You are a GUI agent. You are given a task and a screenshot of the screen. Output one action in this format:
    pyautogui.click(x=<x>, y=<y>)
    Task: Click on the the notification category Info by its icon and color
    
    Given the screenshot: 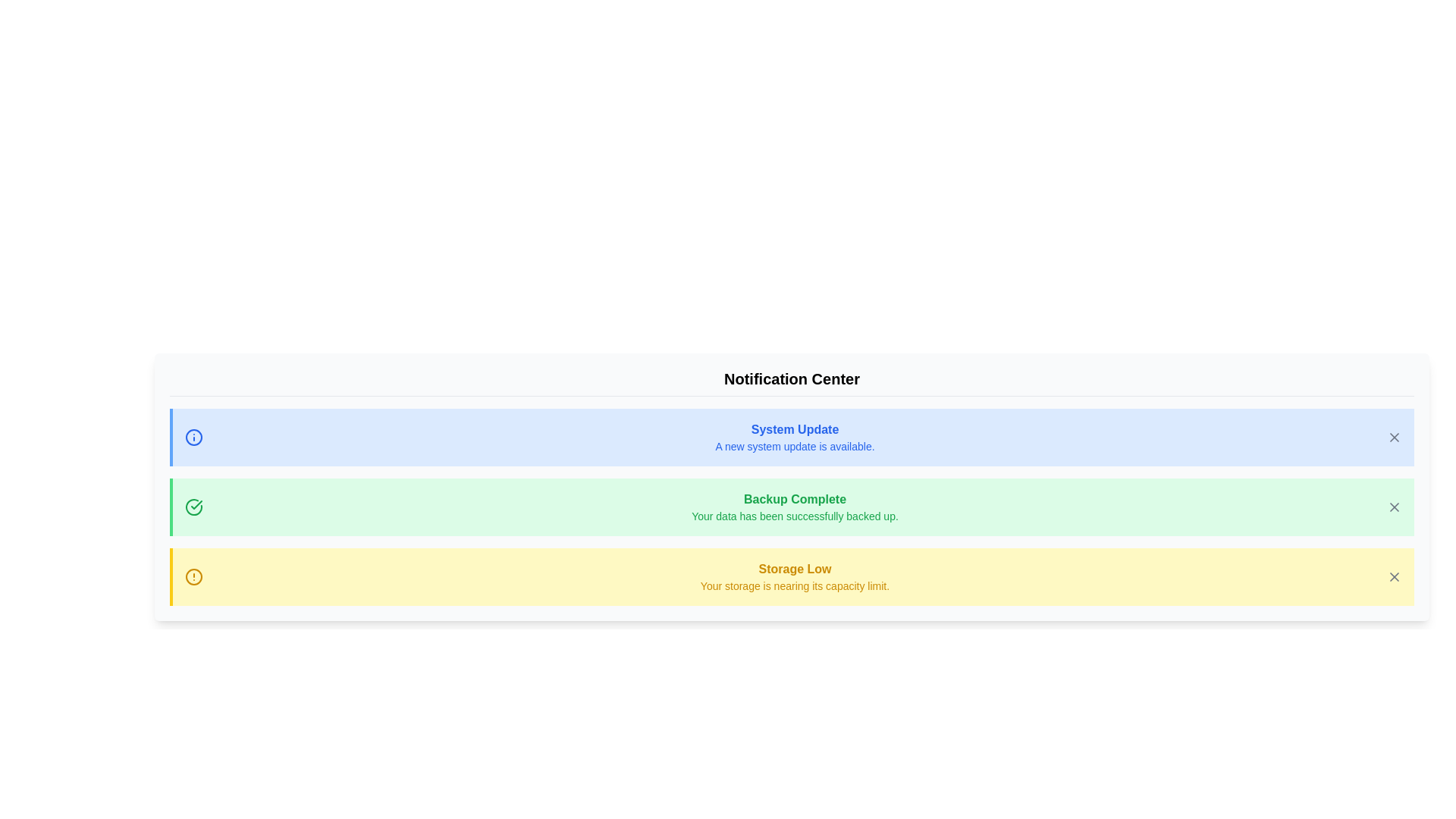 What is the action you would take?
    pyautogui.click(x=193, y=438)
    